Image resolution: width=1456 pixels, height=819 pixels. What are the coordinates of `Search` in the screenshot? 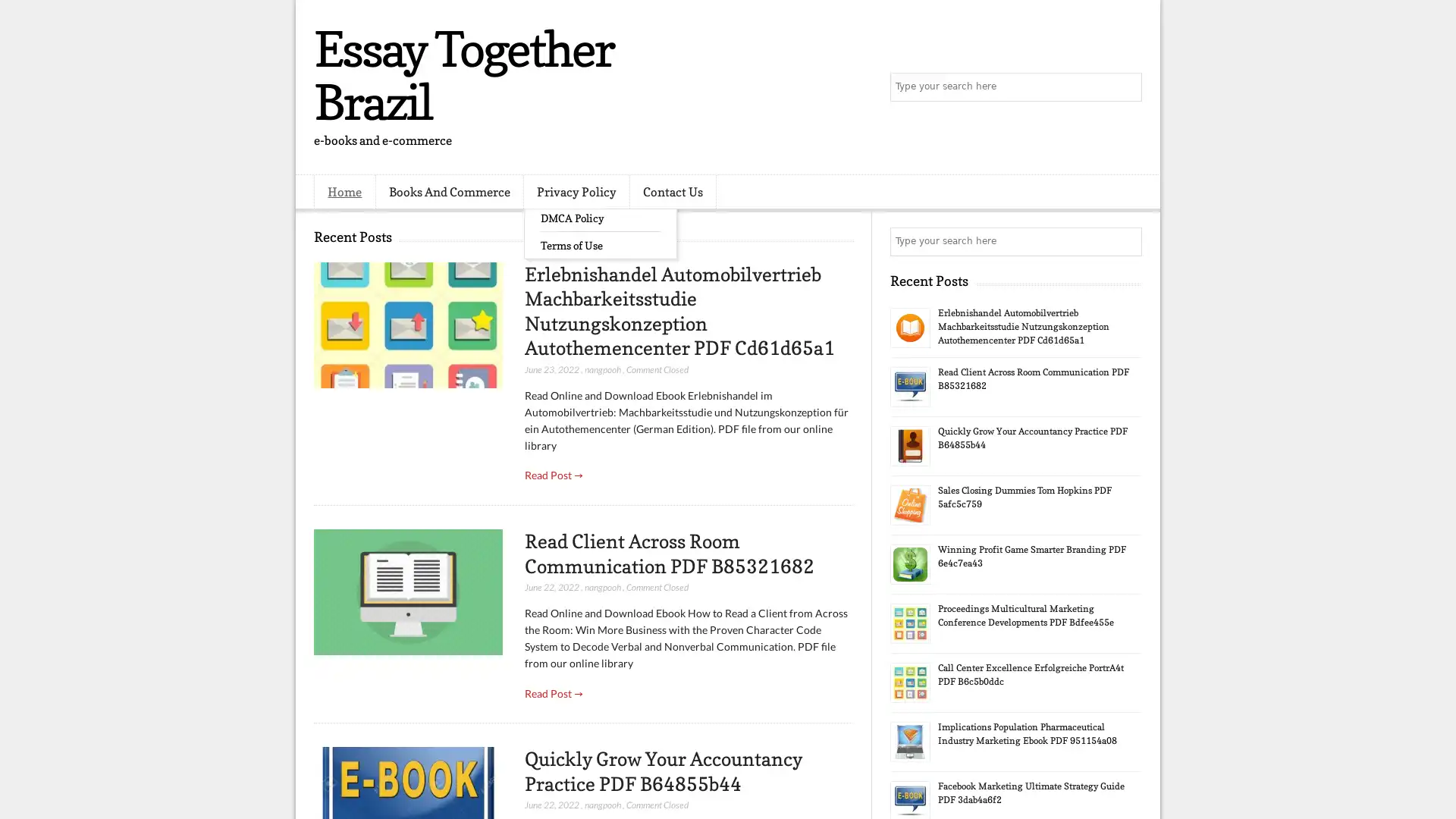 It's located at (1126, 87).